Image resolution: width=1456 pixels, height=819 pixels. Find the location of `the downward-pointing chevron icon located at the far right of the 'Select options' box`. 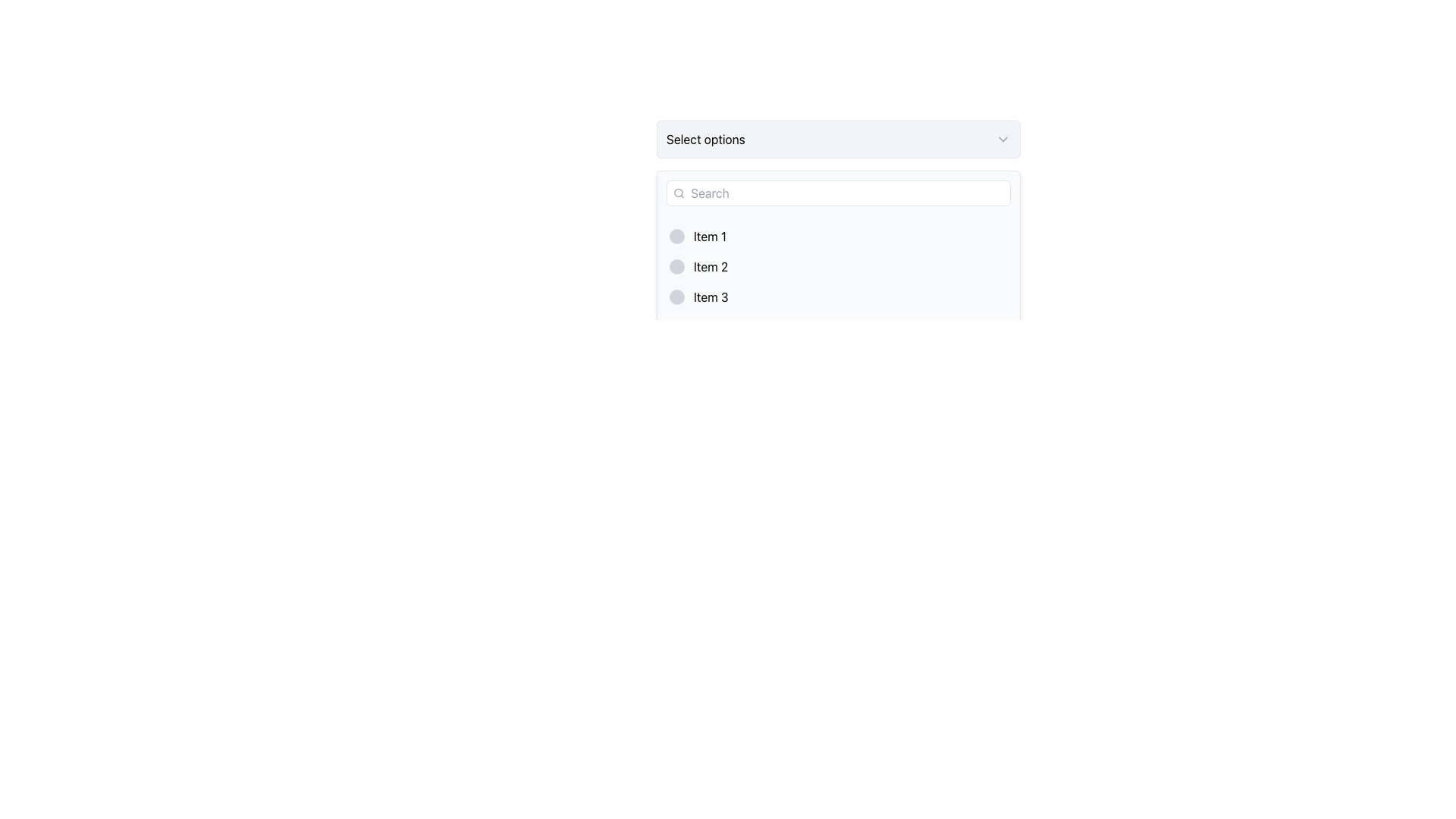

the downward-pointing chevron icon located at the far right of the 'Select options' box is located at coordinates (1003, 140).